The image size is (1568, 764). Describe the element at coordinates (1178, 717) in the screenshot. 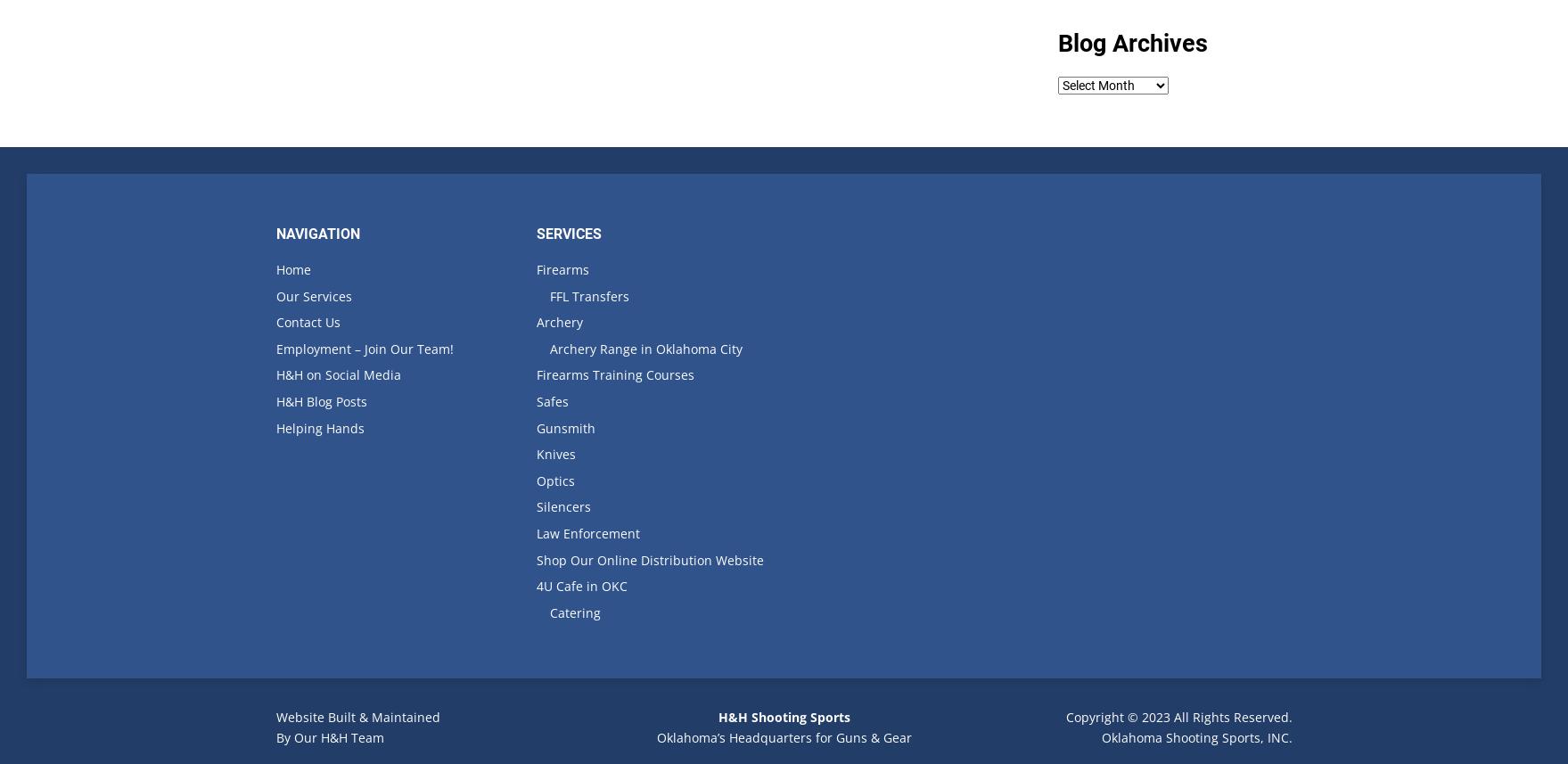

I see `'Copyright  © 2023 All Rights Reserved.'` at that location.